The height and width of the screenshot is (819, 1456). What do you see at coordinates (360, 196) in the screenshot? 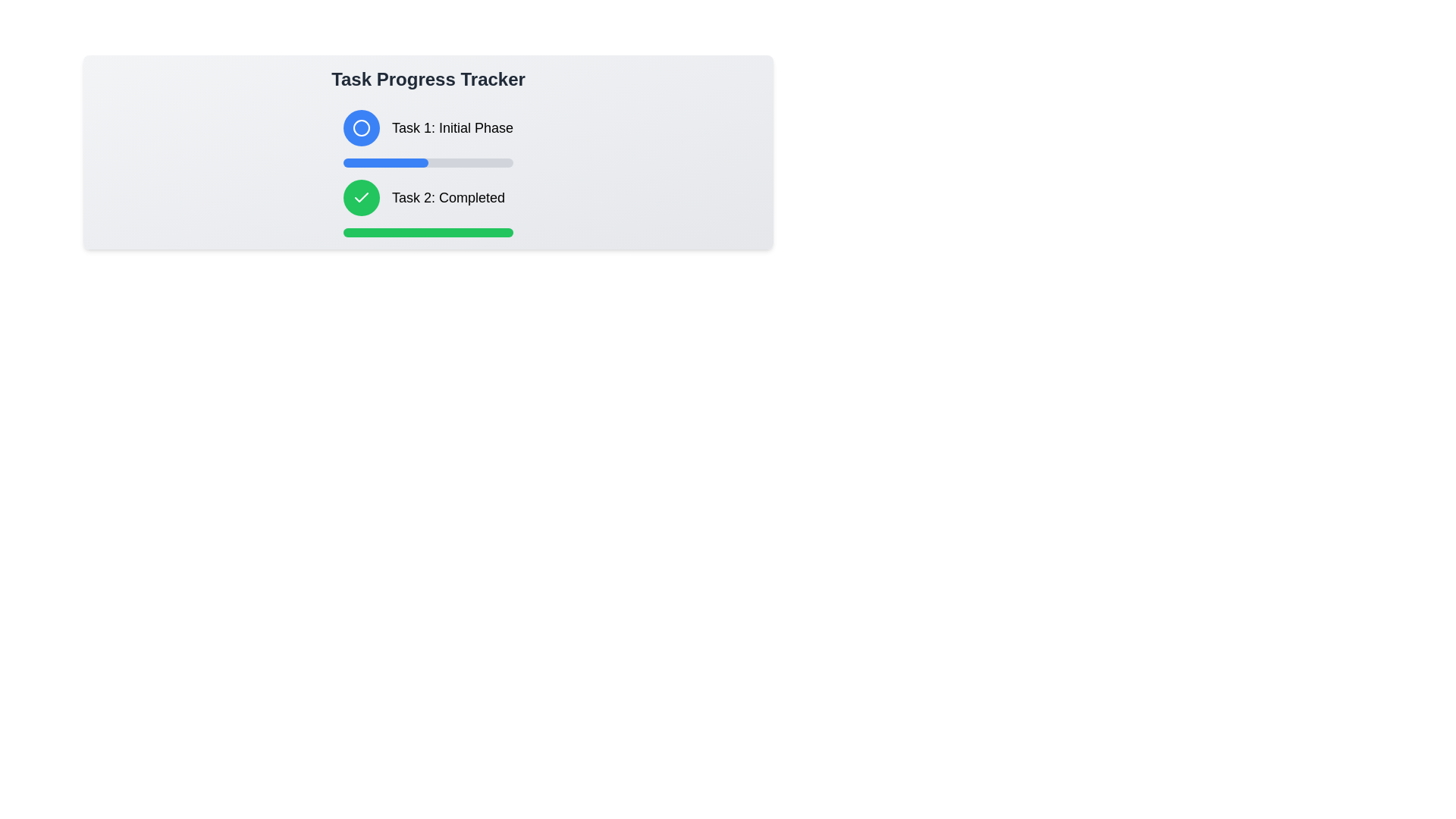
I see `the checkmark symbol icon, which is a white checkmark within a green circular background, located to the left of the label 'Task 2: Completed'` at bounding box center [360, 196].